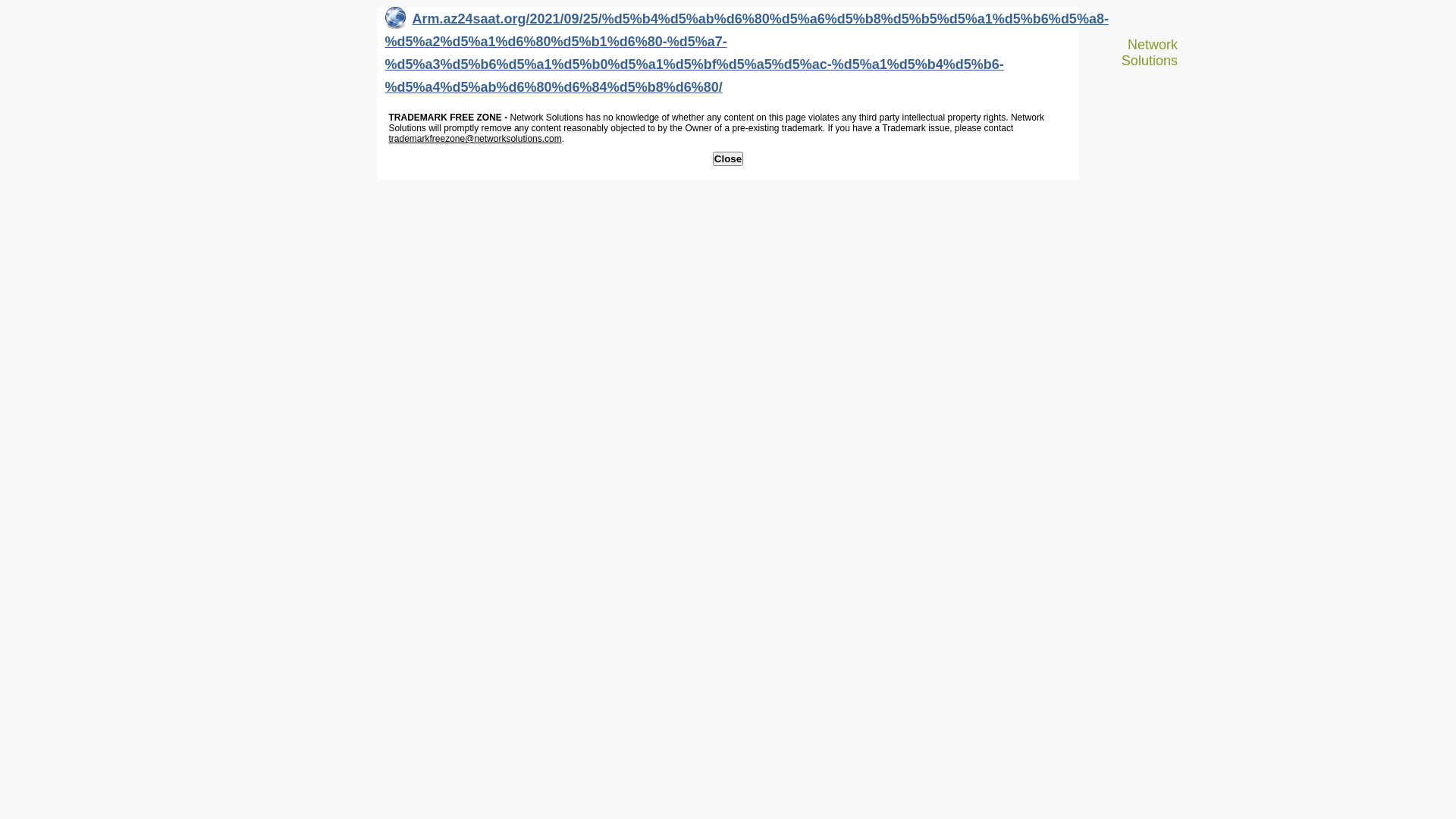 The width and height of the screenshot is (1456, 819). I want to click on 'trademarkfreezone@networksolutions.com', so click(473, 138).